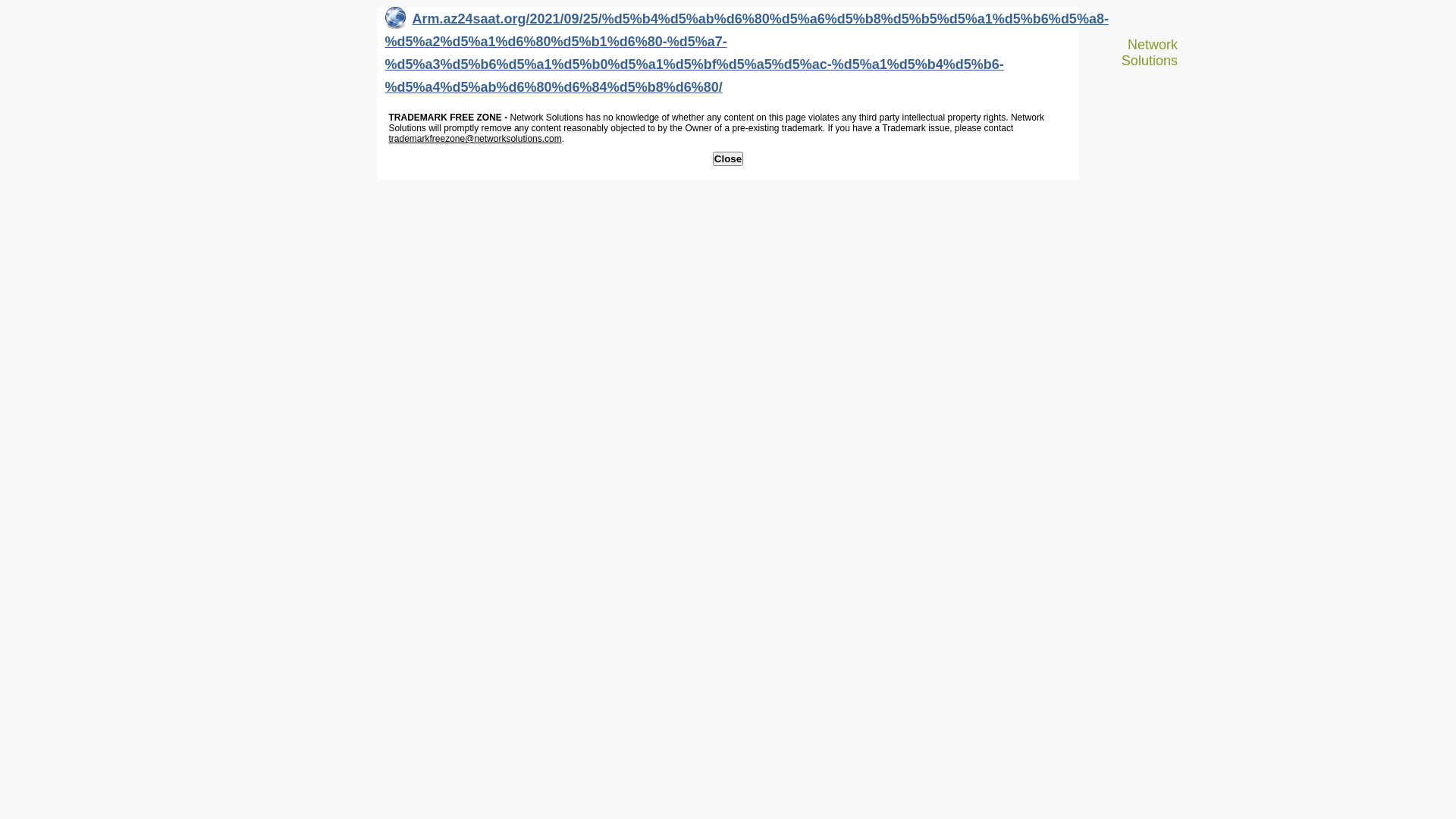 The width and height of the screenshot is (1456, 819). I want to click on 'trademarkfreezone@networksolutions.com', so click(473, 138).